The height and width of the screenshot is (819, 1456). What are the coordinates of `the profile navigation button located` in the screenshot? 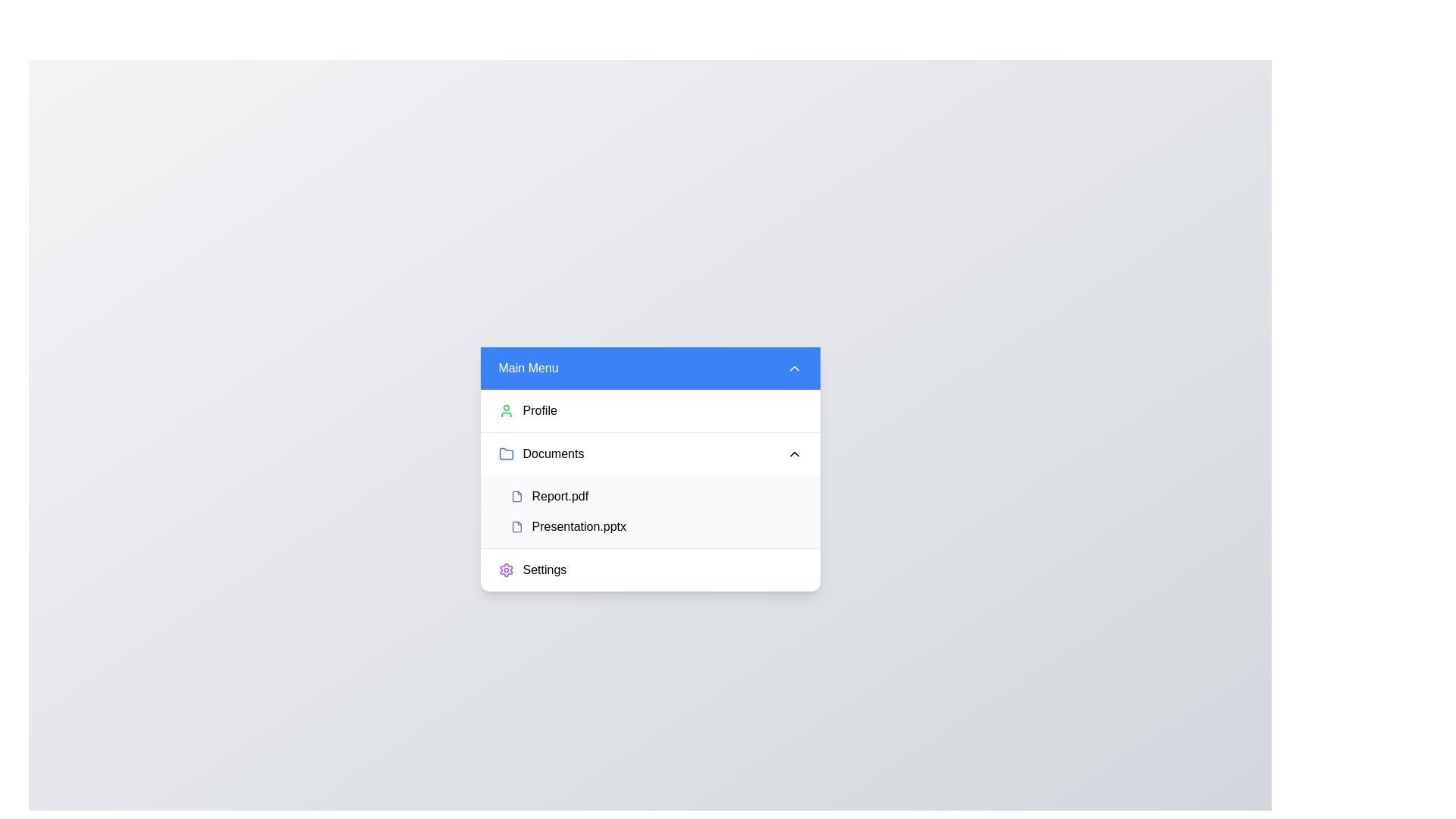 It's located at (650, 411).